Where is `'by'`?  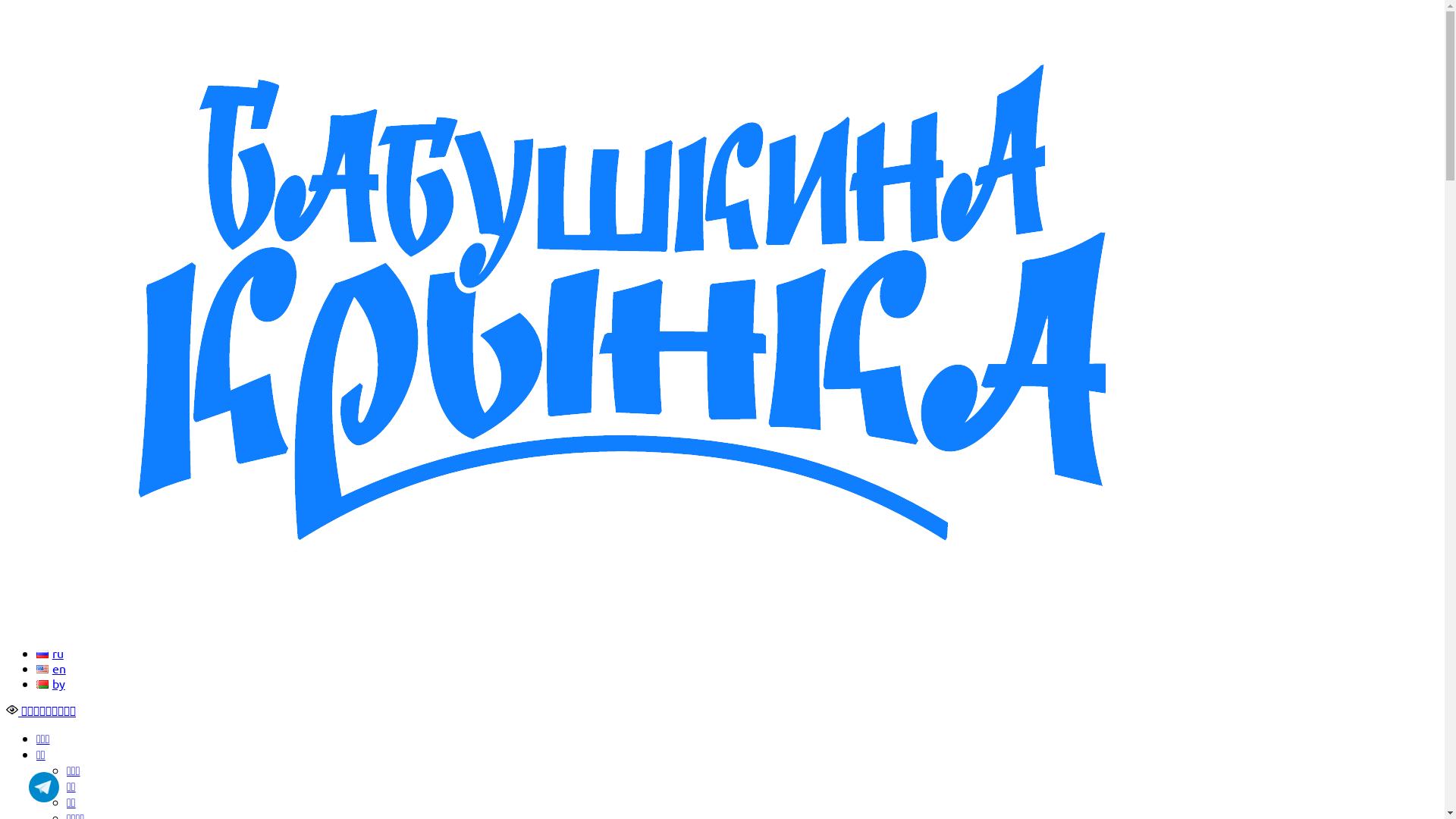 'by' is located at coordinates (51, 683).